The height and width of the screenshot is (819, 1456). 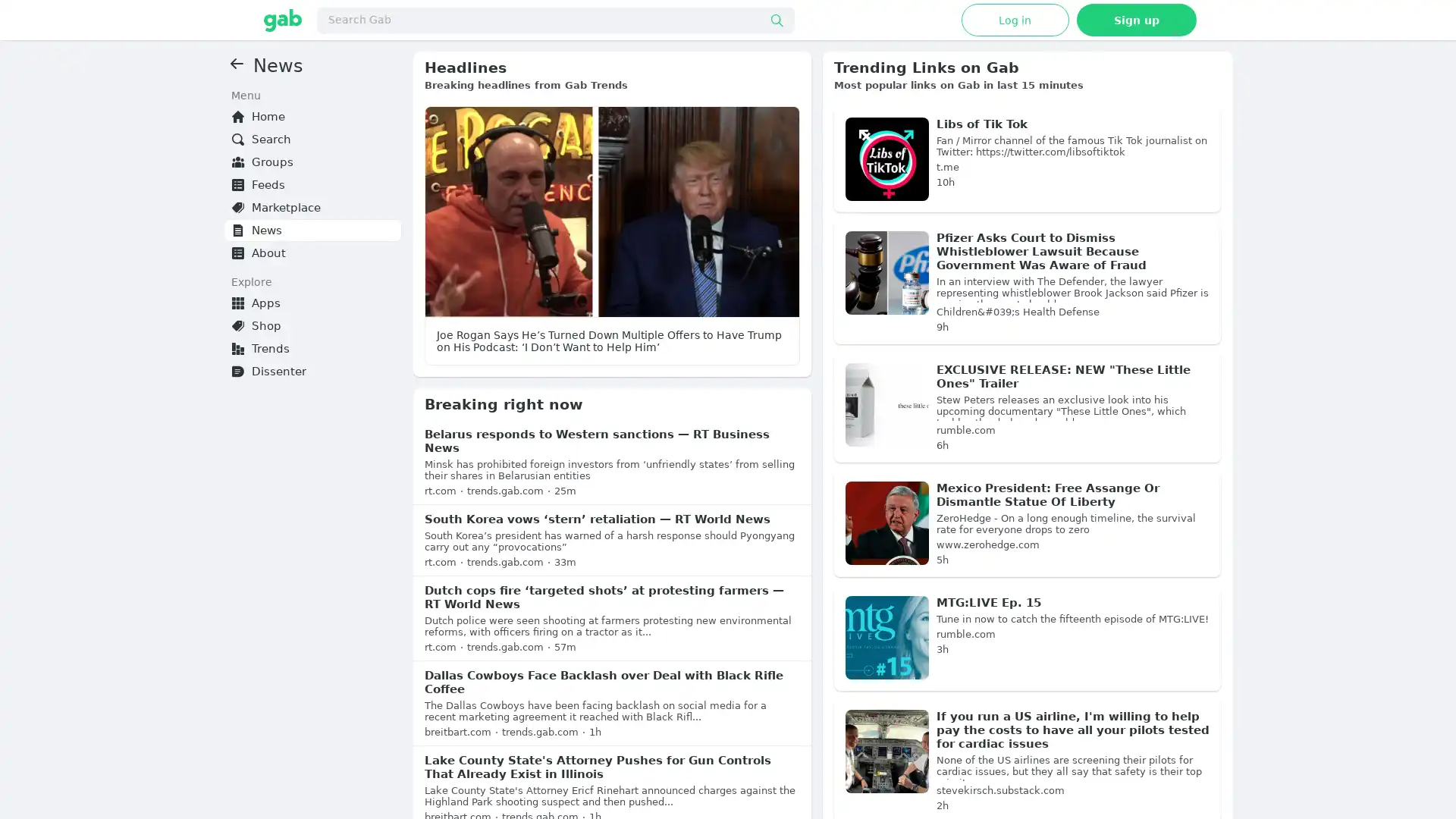 I want to click on Learn More, so click(x=1166, y=497).